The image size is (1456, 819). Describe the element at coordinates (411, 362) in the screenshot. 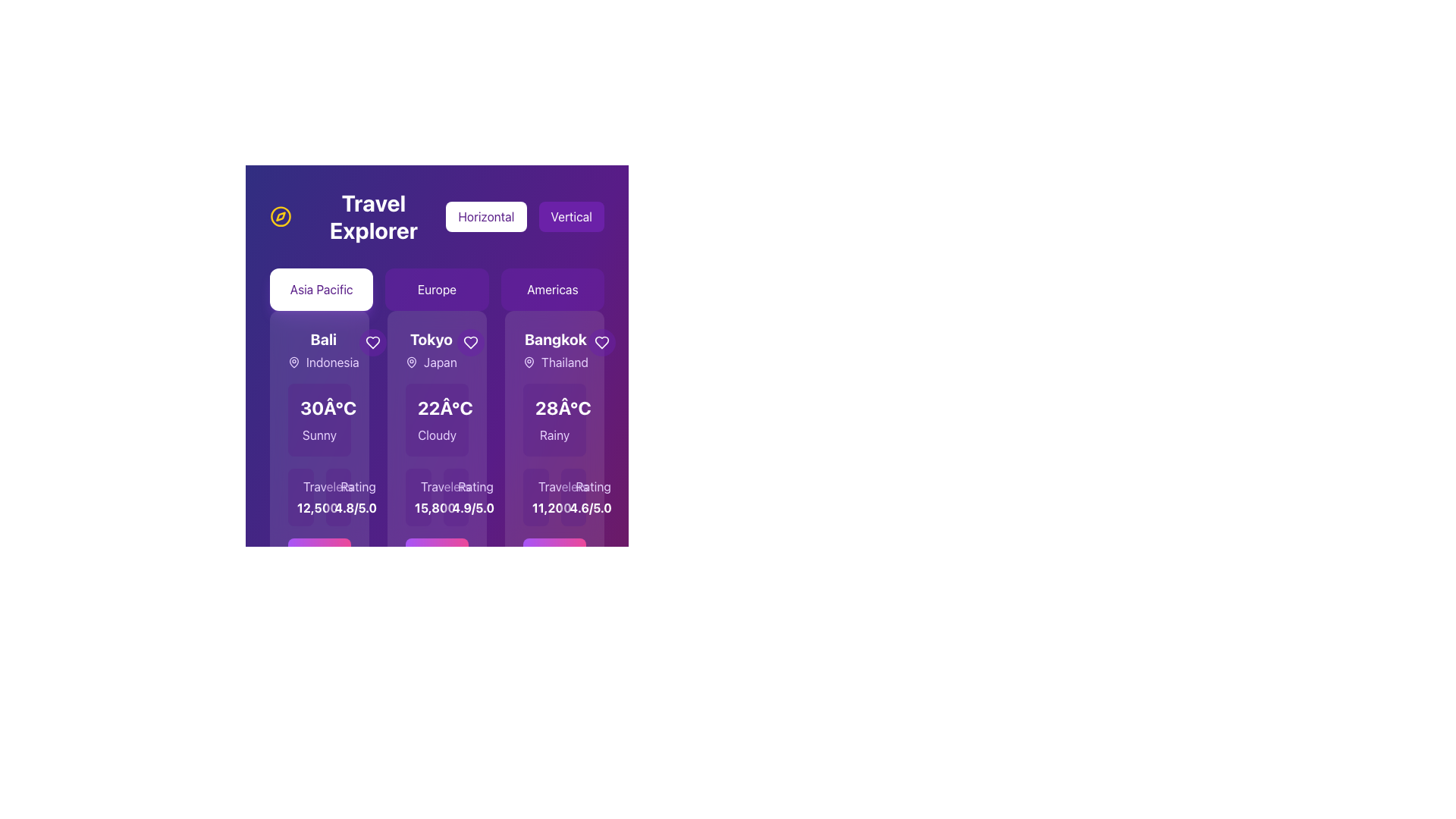

I see `the pin icon located below the title 'Tokyo' and above the text '22°C', which is aligned in the middle of the Tokyo card` at that location.